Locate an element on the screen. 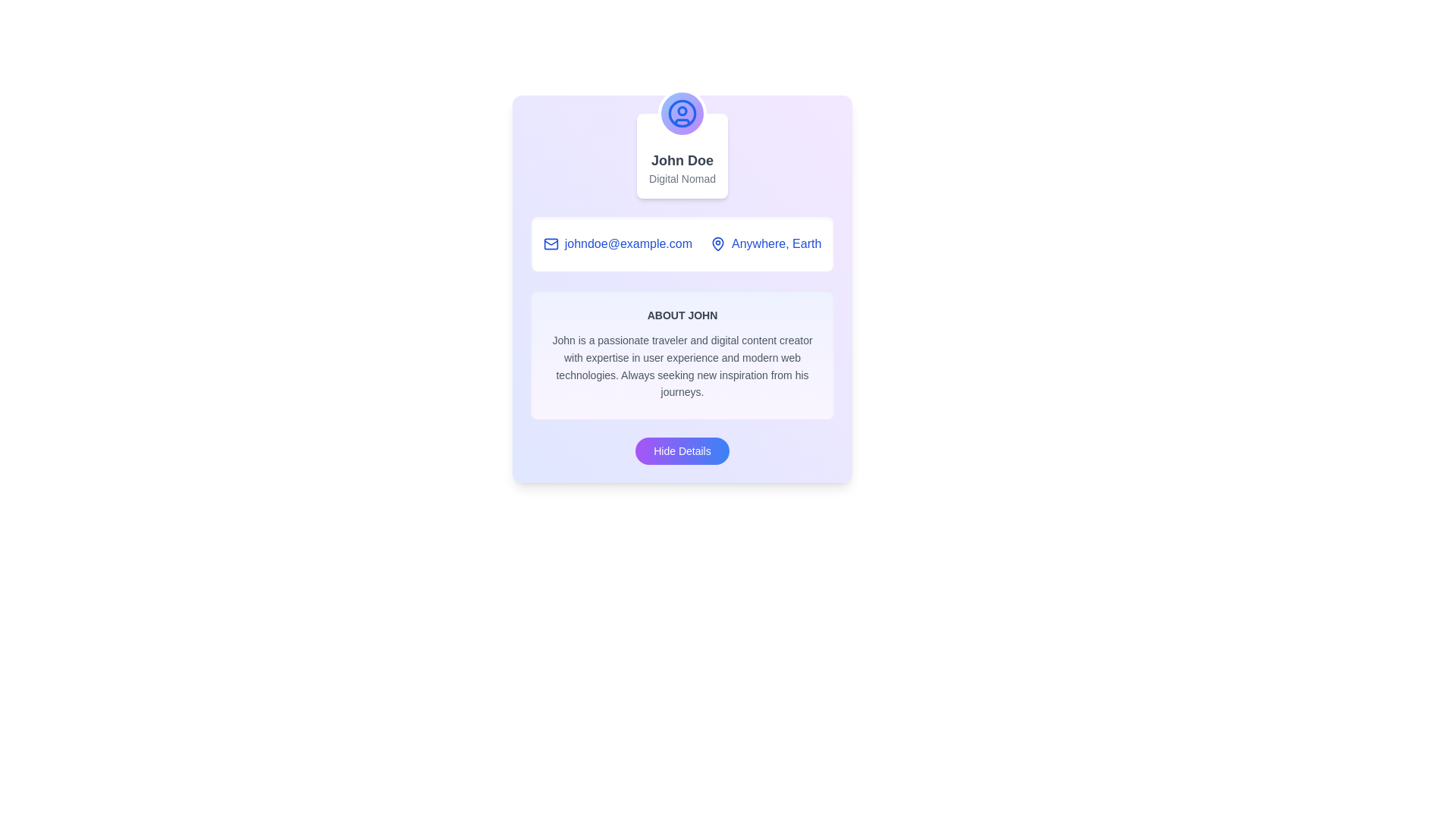 This screenshot has height=819, width=1456. the text label indicating the location associated with the profile of 'John Doe', which is located towards the upper right side of the section, next to a blue email address link and a map pin icon is located at coordinates (777, 243).